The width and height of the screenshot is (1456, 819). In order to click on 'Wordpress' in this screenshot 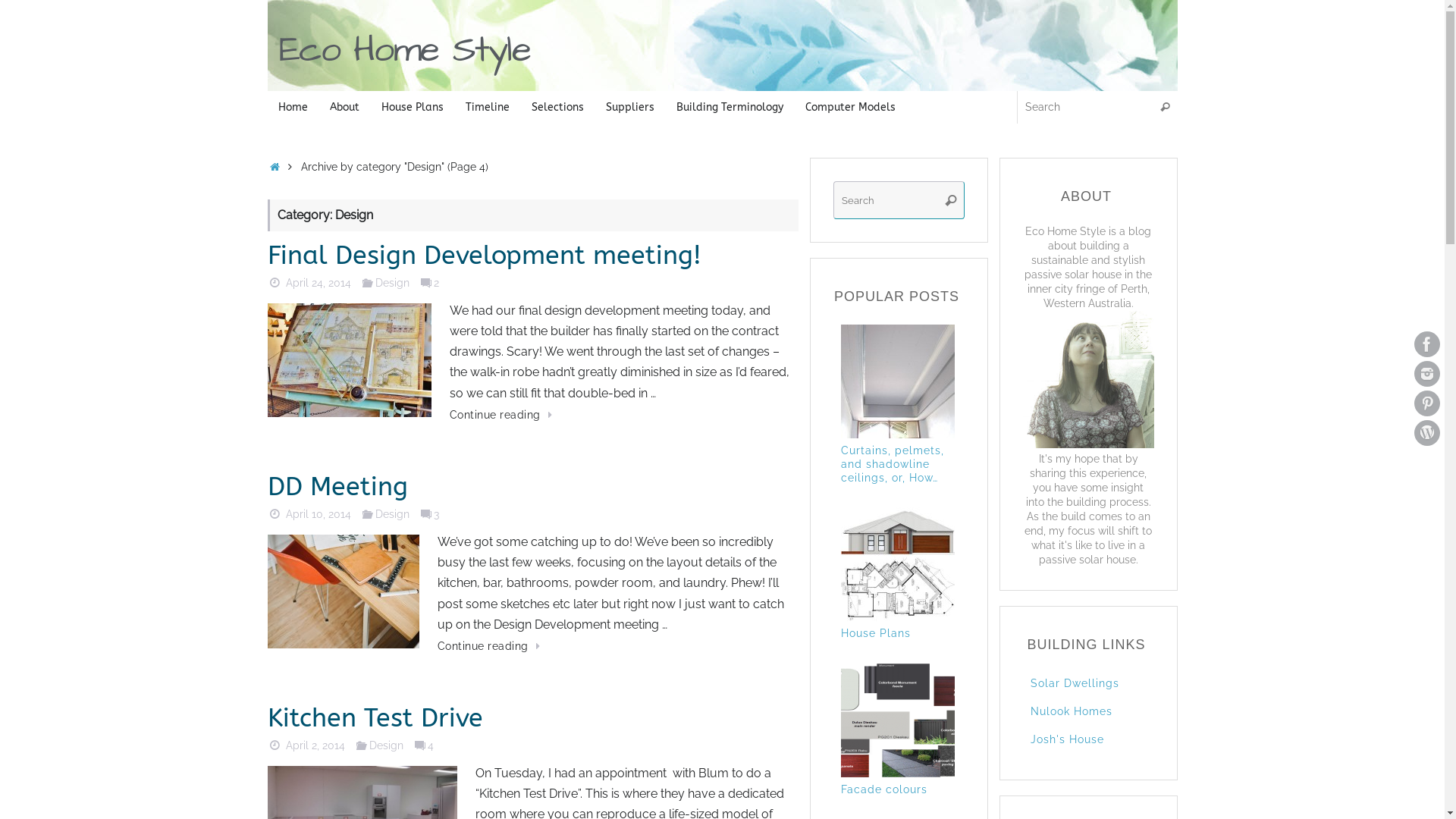, I will do `click(1426, 432)`.